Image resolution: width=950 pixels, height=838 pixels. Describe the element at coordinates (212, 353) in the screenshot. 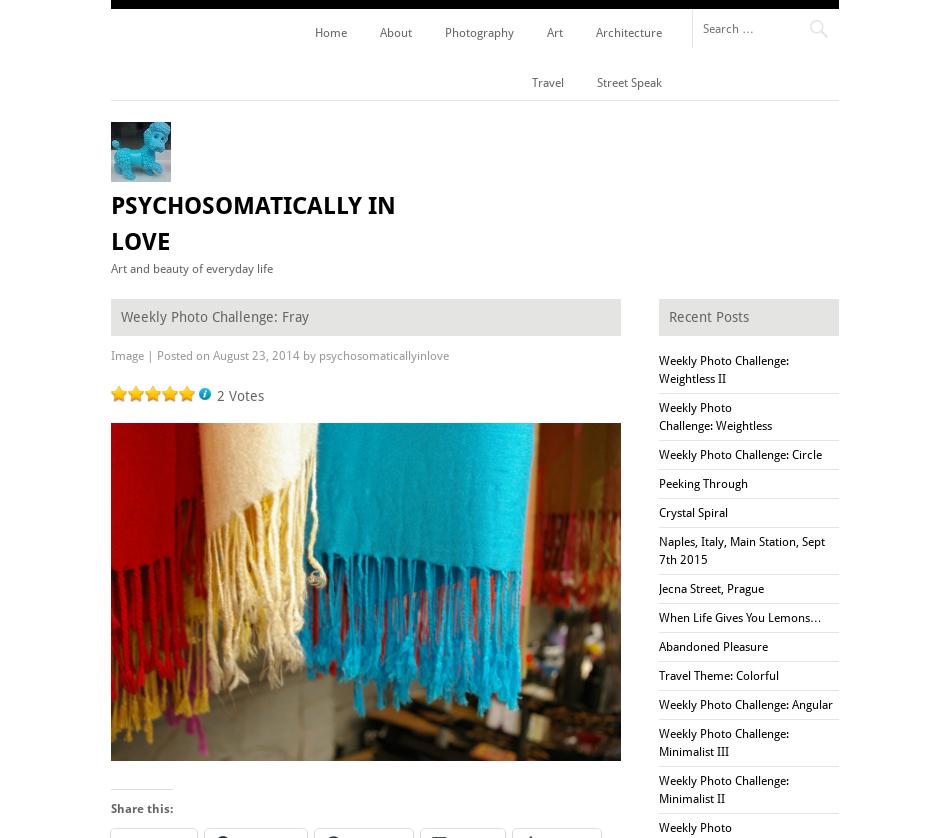

I see `'August 23, 2014'` at that location.